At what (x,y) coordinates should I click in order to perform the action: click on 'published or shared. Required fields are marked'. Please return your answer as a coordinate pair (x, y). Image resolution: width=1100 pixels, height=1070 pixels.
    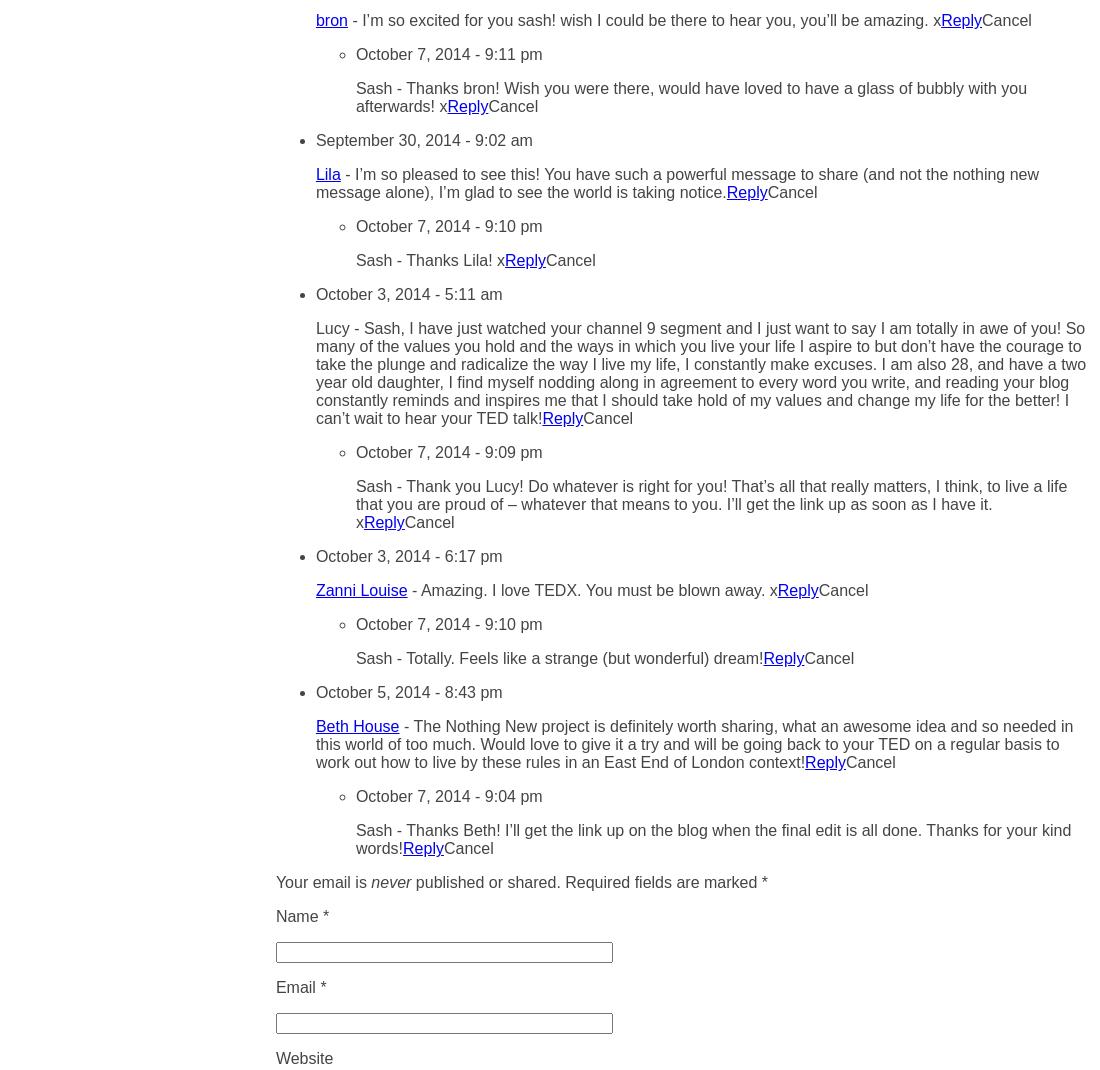
    Looking at the image, I should click on (584, 882).